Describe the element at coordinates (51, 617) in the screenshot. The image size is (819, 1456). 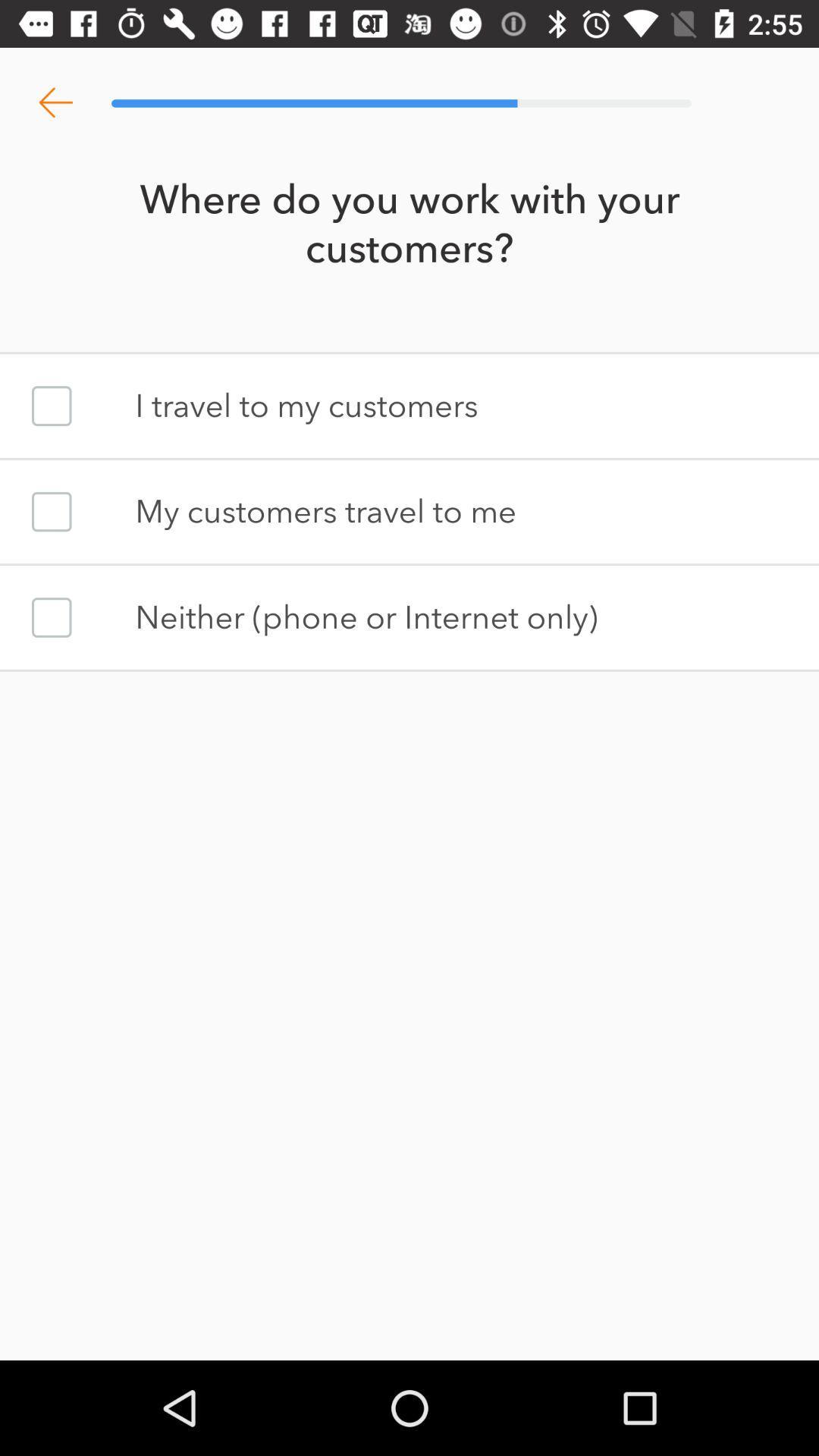
I see `option for neither` at that location.